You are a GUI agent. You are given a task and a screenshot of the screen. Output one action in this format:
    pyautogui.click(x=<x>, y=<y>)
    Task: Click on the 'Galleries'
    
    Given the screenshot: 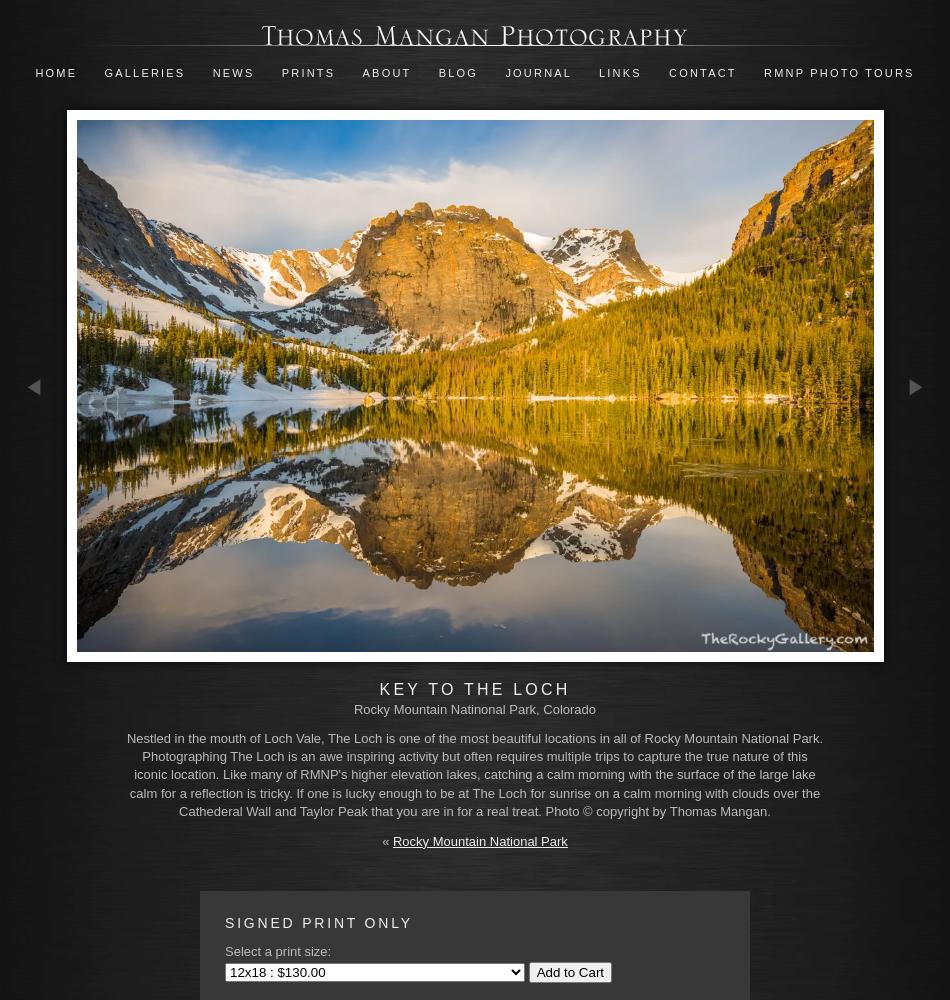 What is the action you would take?
    pyautogui.click(x=144, y=72)
    